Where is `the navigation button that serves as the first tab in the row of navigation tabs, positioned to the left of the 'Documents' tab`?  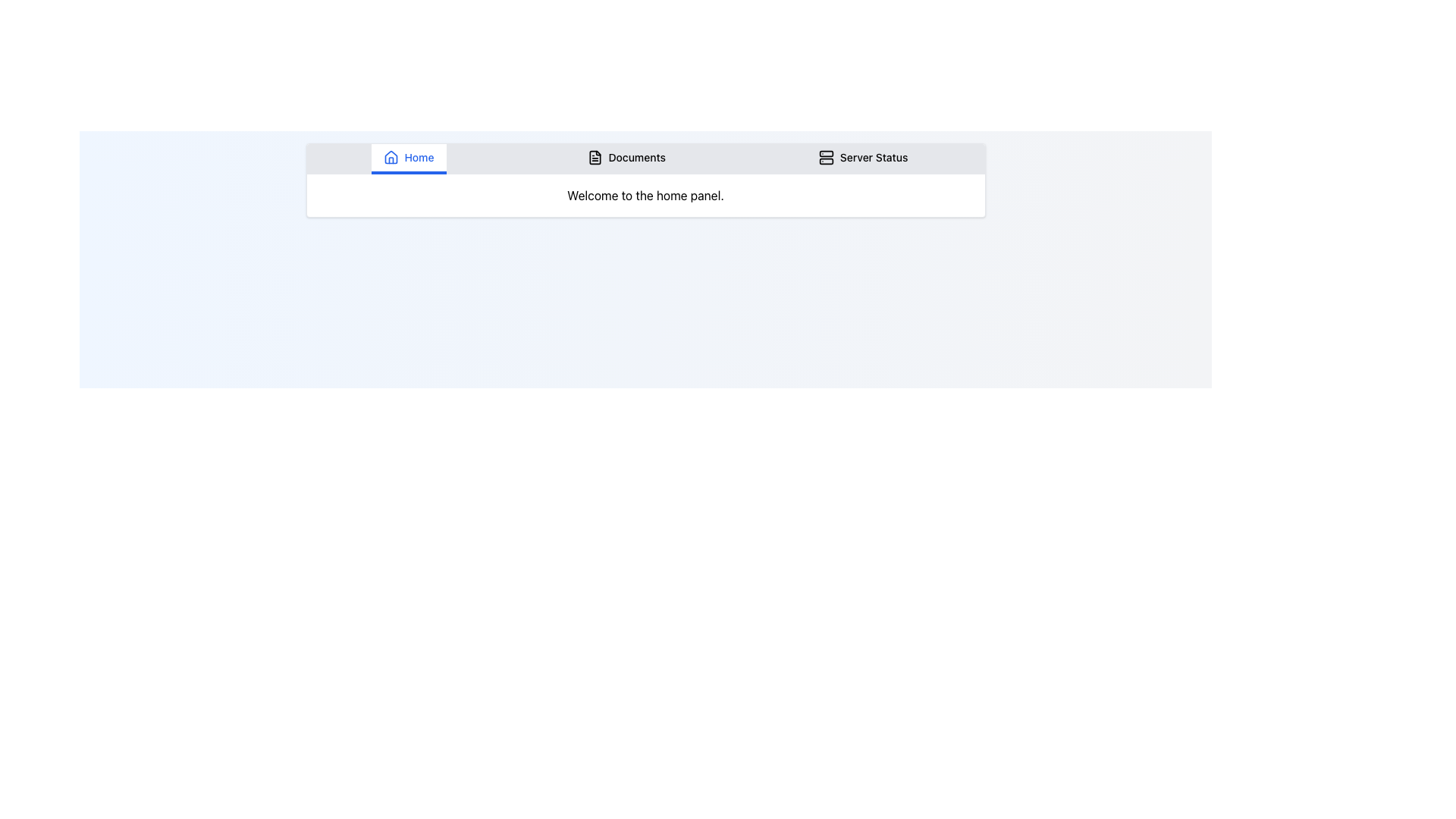
the navigation button that serves as the first tab in the row of navigation tabs, positioned to the left of the 'Documents' tab is located at coordinates (408, 158).